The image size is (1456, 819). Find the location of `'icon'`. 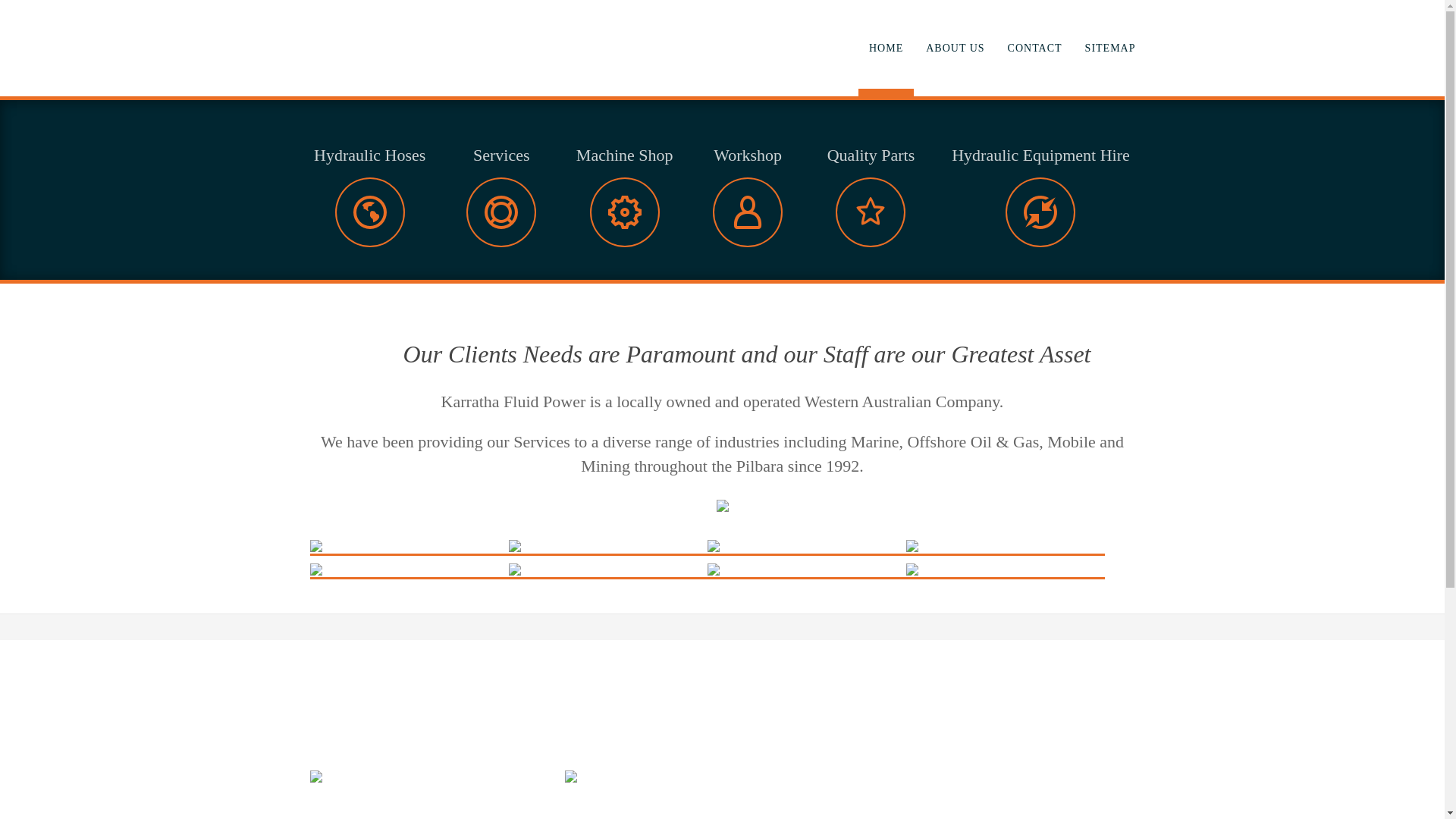

'icon' is located at coordinates (501, 212).